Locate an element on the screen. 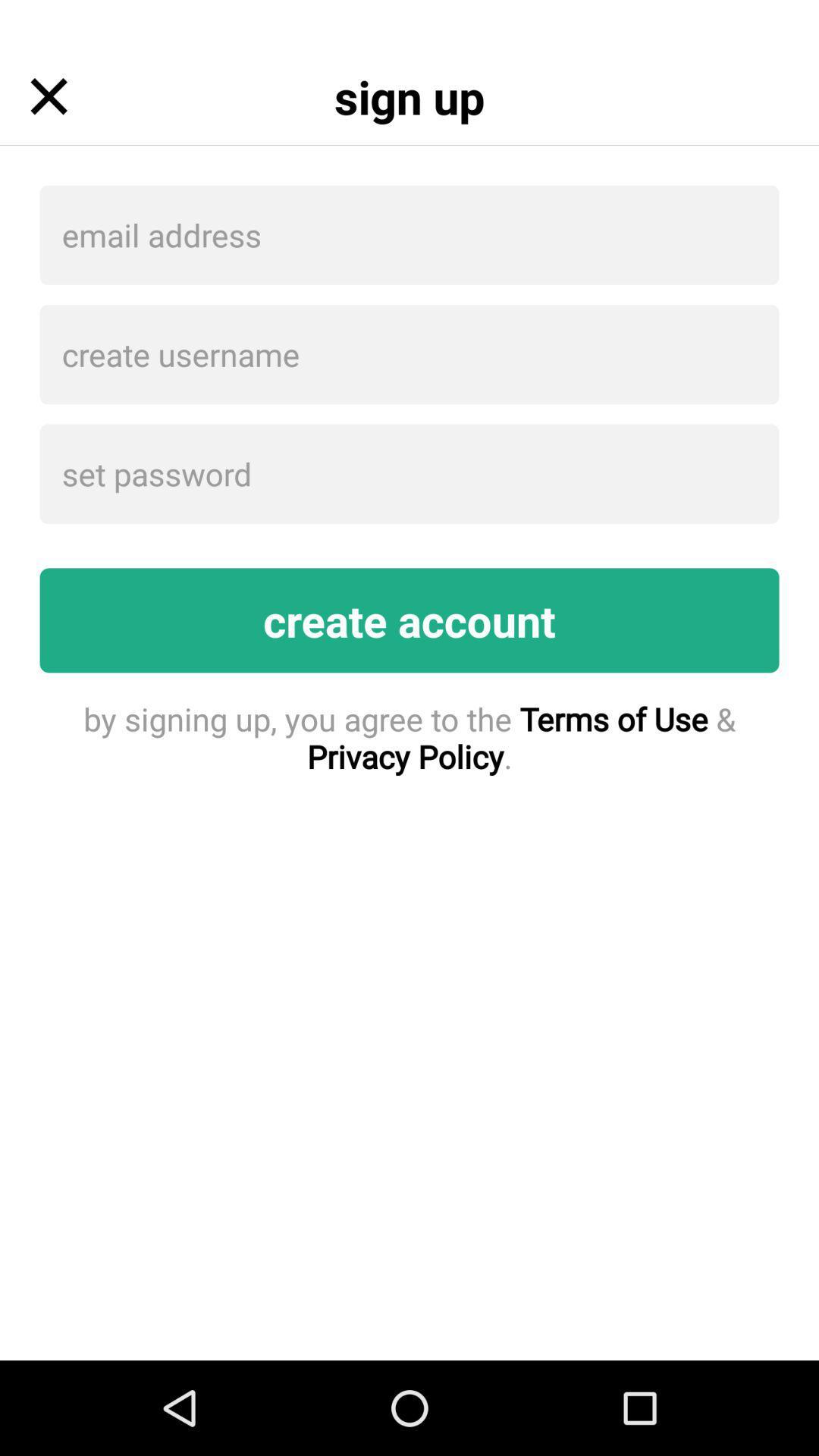  item below the create account is located at coordinates (409, 737).